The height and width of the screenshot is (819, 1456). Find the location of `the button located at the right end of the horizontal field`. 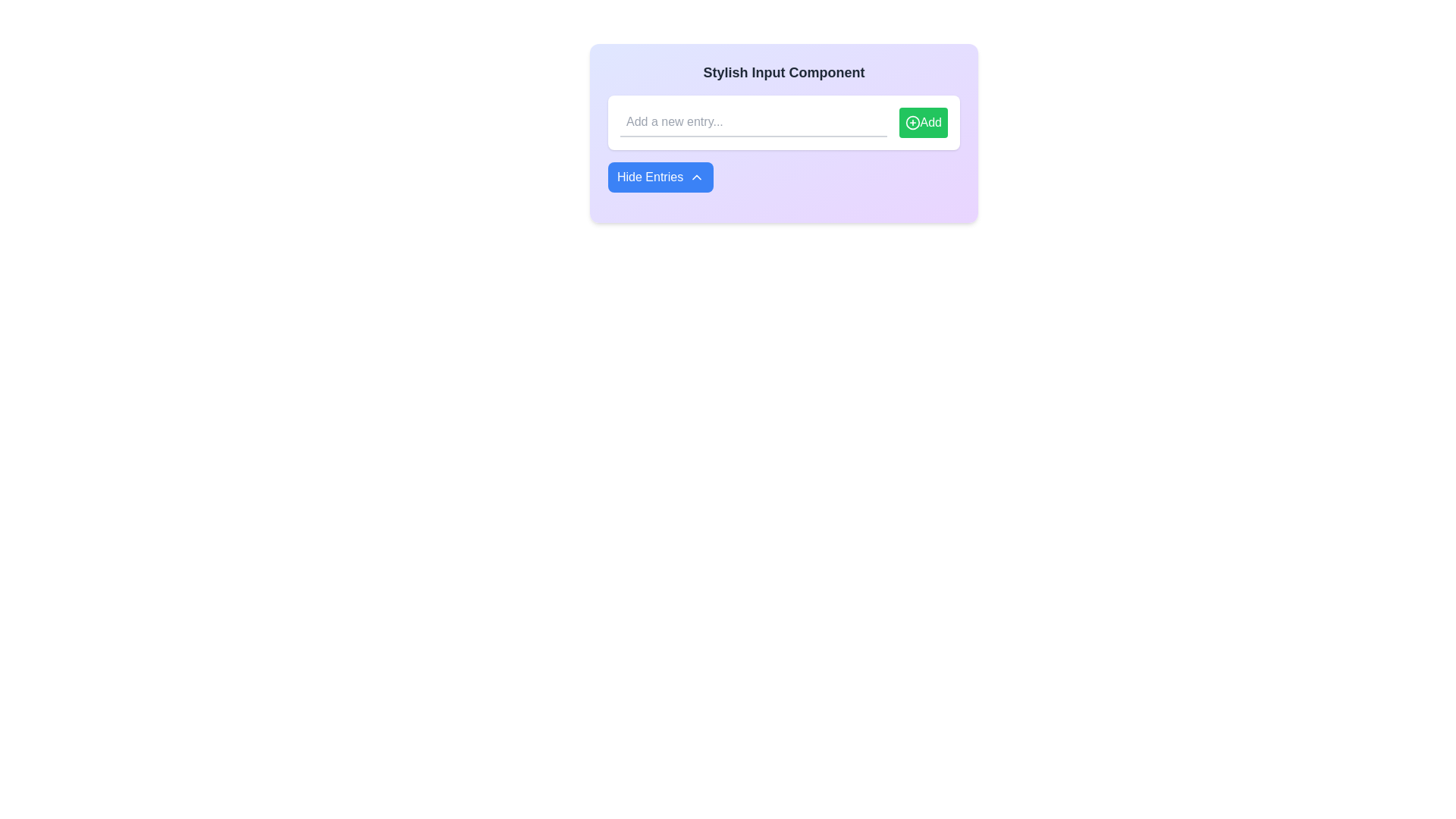

the button located at the right end of the horizontal field is located at coordinates (922, 122).